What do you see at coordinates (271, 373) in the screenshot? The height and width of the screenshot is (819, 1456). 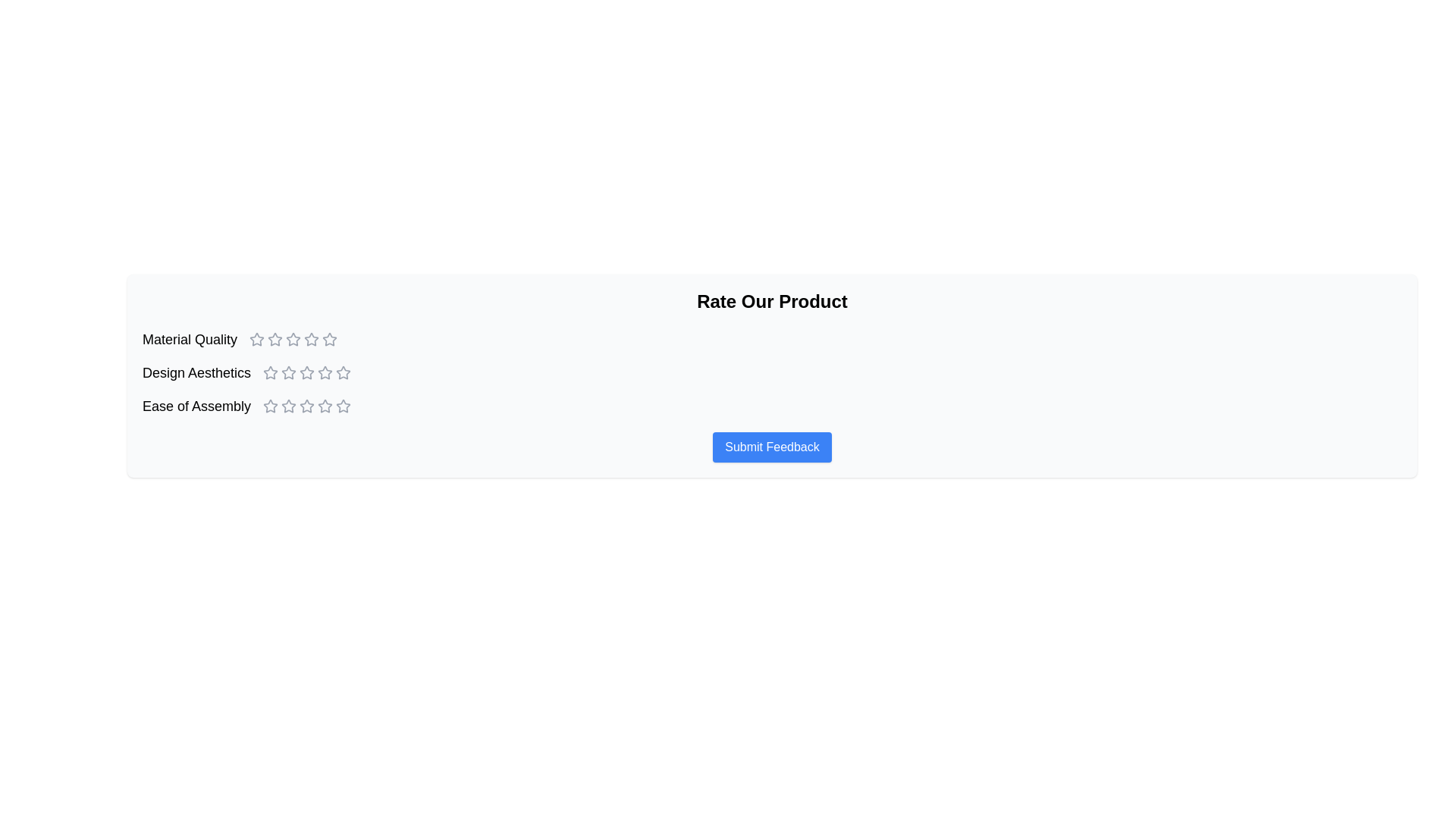 I see `the first clickable star icon styled in gray, located next to the 'Design Aesthetics' text` at bounding box center [271, 373].